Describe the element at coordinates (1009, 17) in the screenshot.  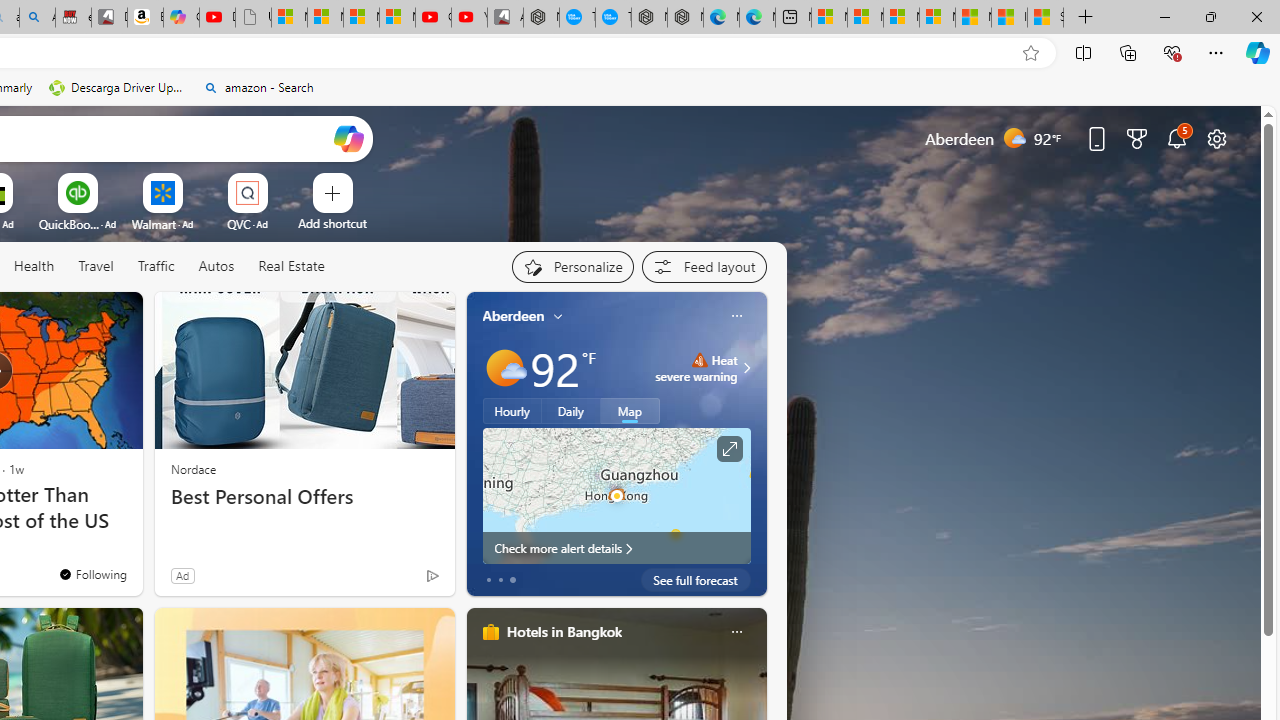
I see `'I Gained 20 Pounds of Muscle in 30 Days! | Watch'` at that location.